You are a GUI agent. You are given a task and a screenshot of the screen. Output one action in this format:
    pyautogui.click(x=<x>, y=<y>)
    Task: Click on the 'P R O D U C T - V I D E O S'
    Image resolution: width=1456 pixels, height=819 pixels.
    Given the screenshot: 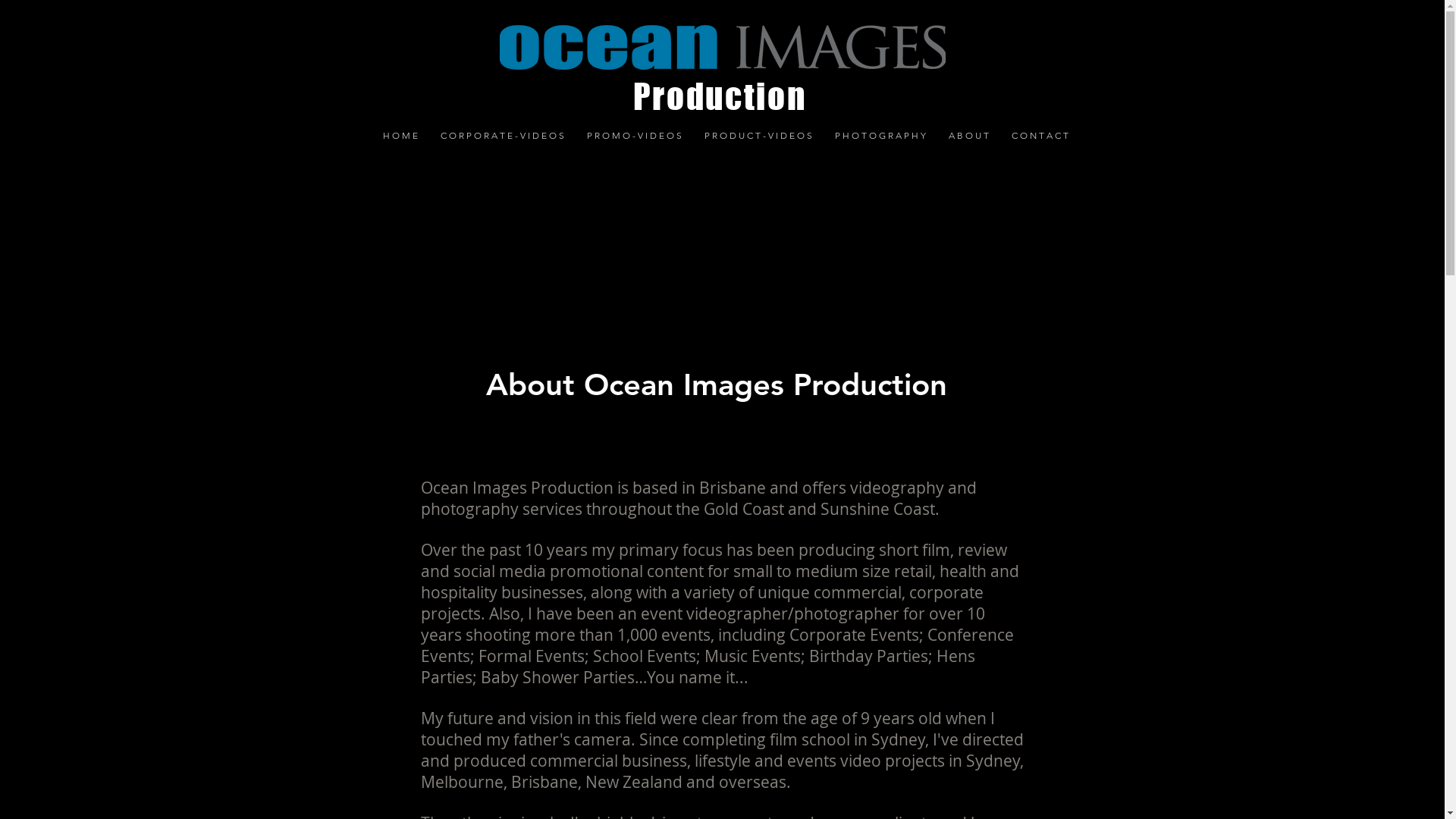 What is the action you would take?
    pyautogui.click(x=758, y=134)
    